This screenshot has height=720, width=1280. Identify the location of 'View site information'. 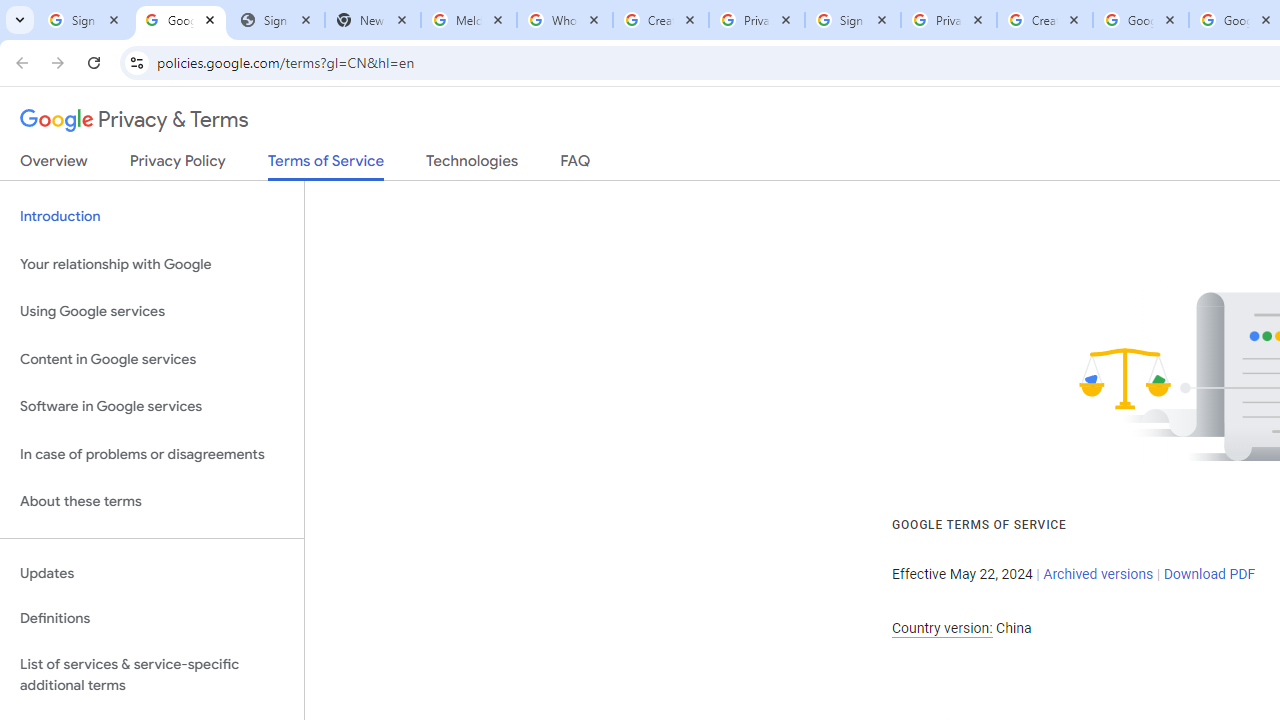
(135, 61).